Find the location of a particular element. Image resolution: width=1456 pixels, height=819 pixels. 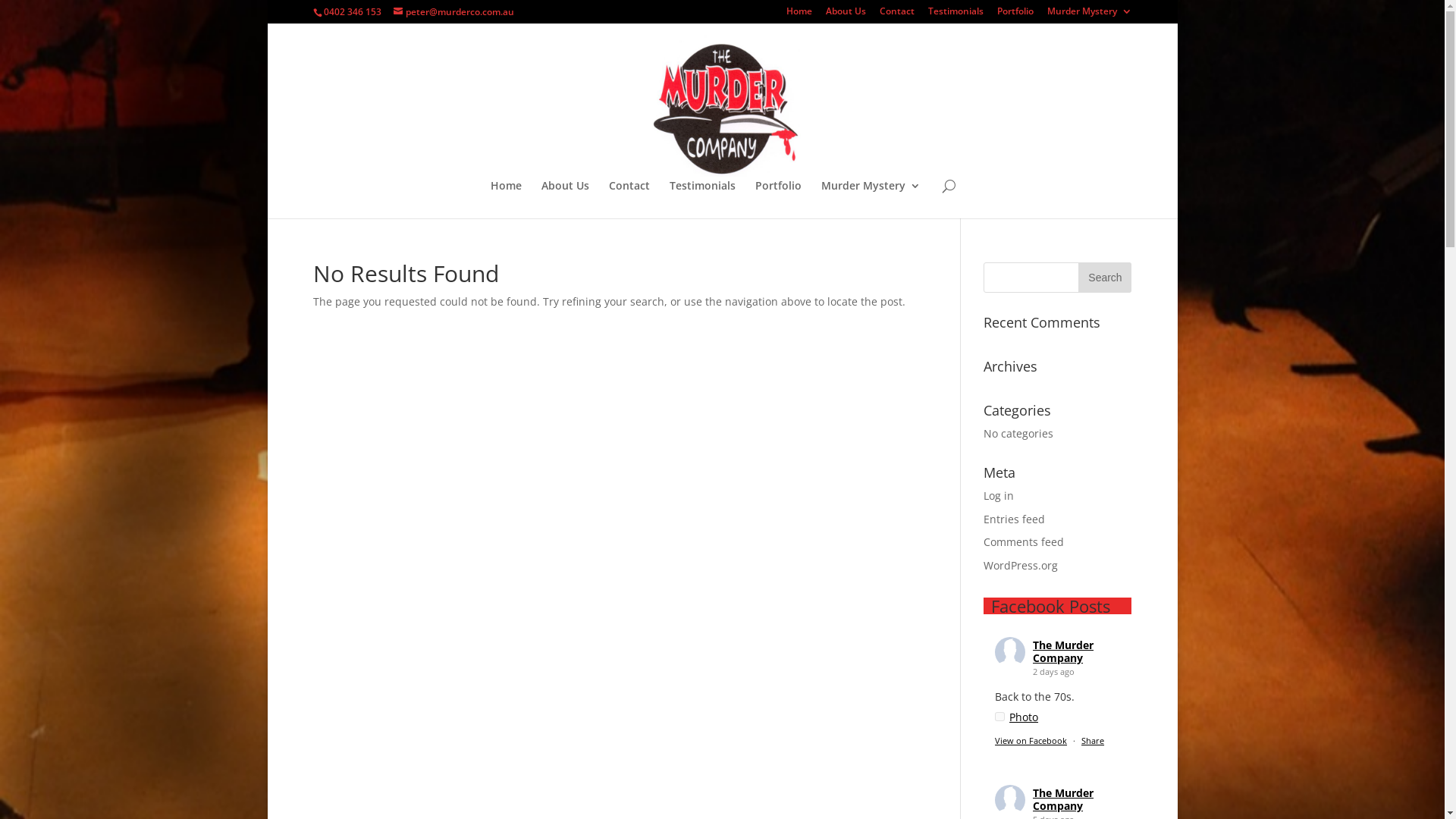

'The Murder Company' is located at coordinates (1062, 651).